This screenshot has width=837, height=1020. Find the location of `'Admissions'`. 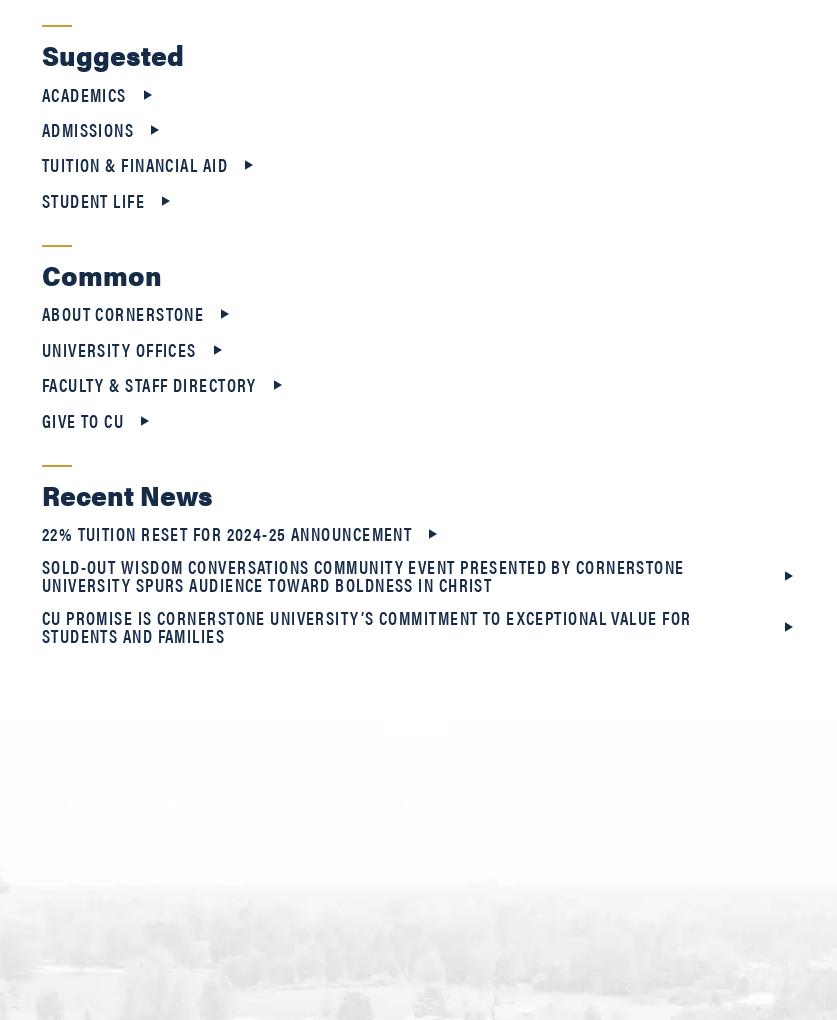

'Admissions' is located at coordinates (41, 129).